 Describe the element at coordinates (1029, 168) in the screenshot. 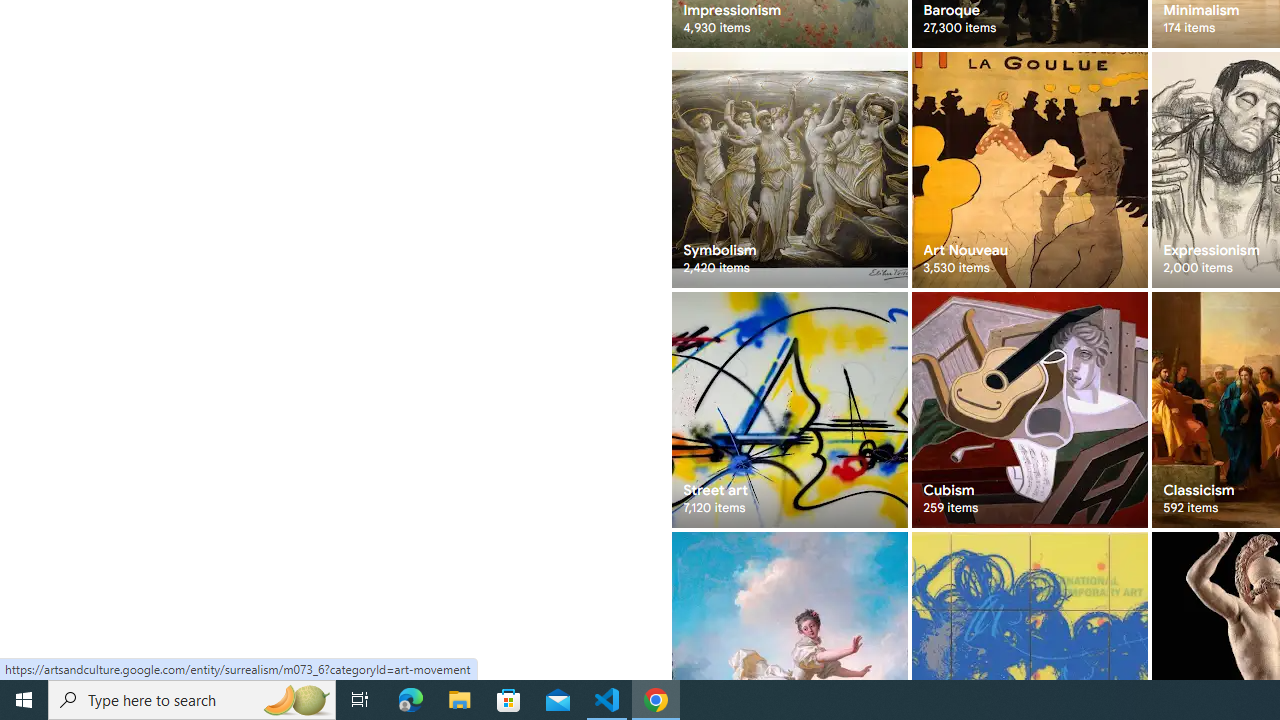

I see `'Art Nouveau 3,530 items'` at that location.